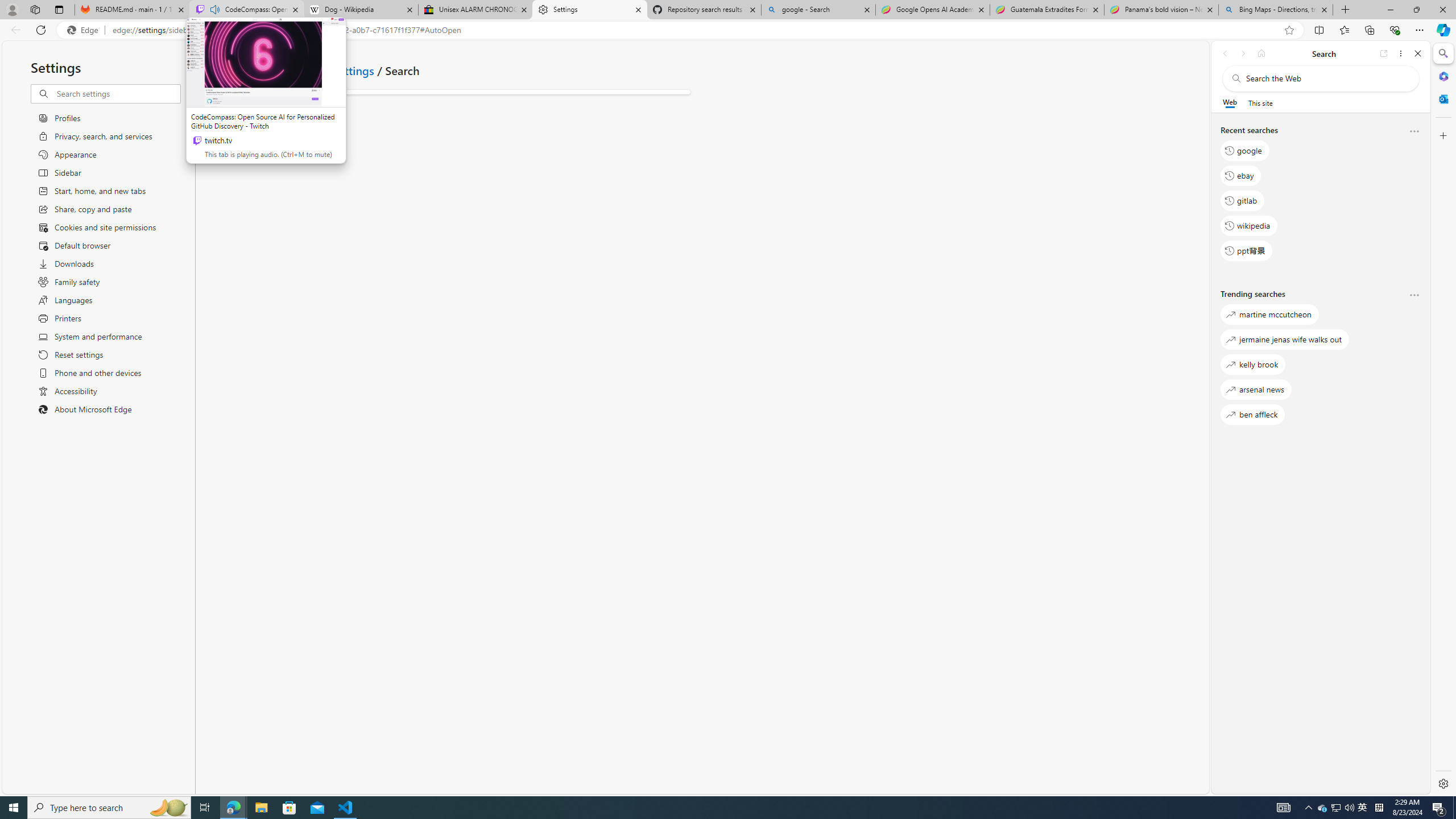  I want to click on 'wikipedia', so click(1249, 225).